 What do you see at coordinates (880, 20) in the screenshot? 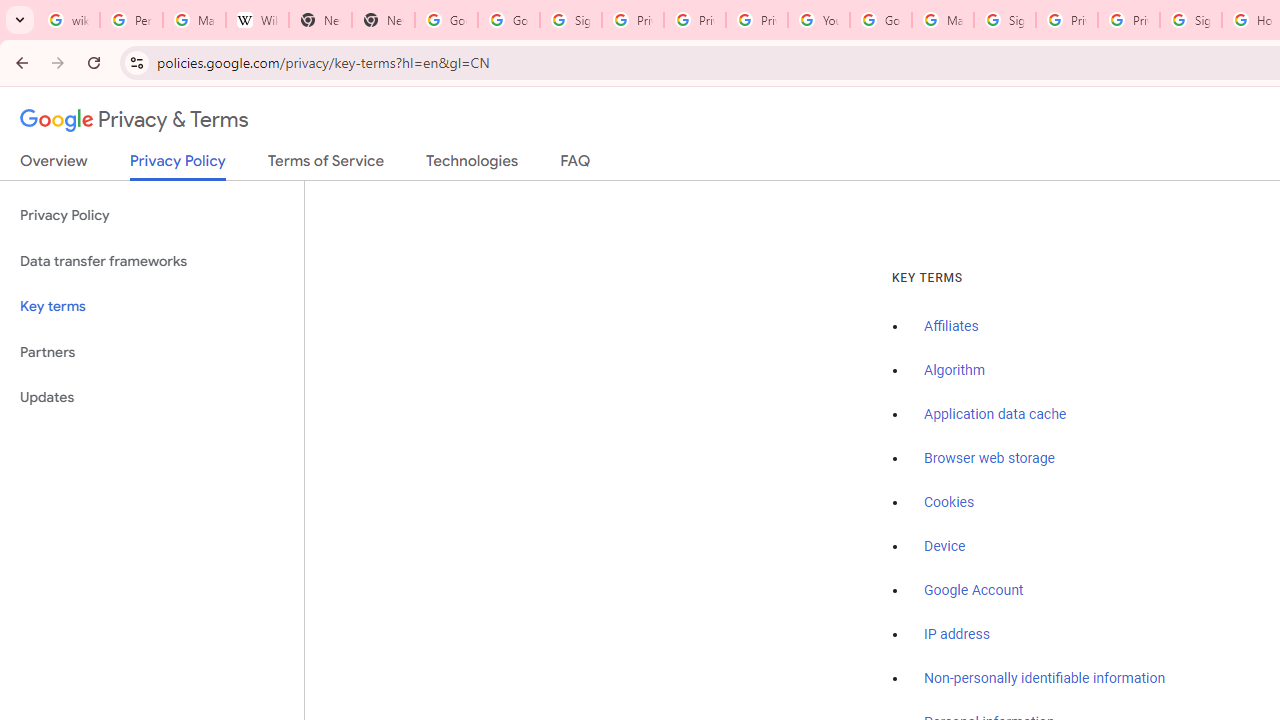
I see `'Google Account Help'` at bounding box center [880, 20].